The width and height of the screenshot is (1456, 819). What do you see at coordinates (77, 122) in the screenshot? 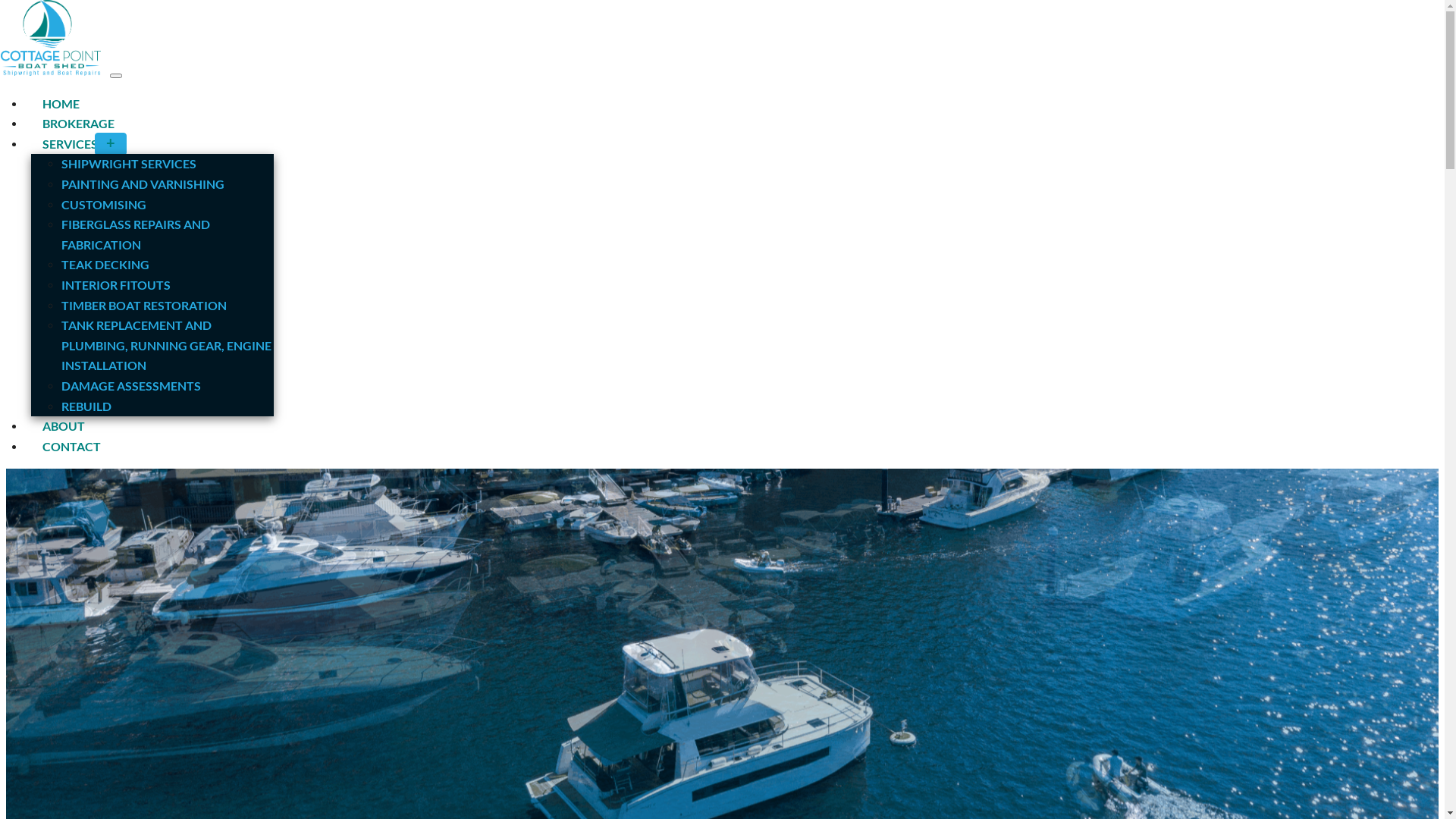
I see `'BROKERAGE'` at bounding box center [77, 122].